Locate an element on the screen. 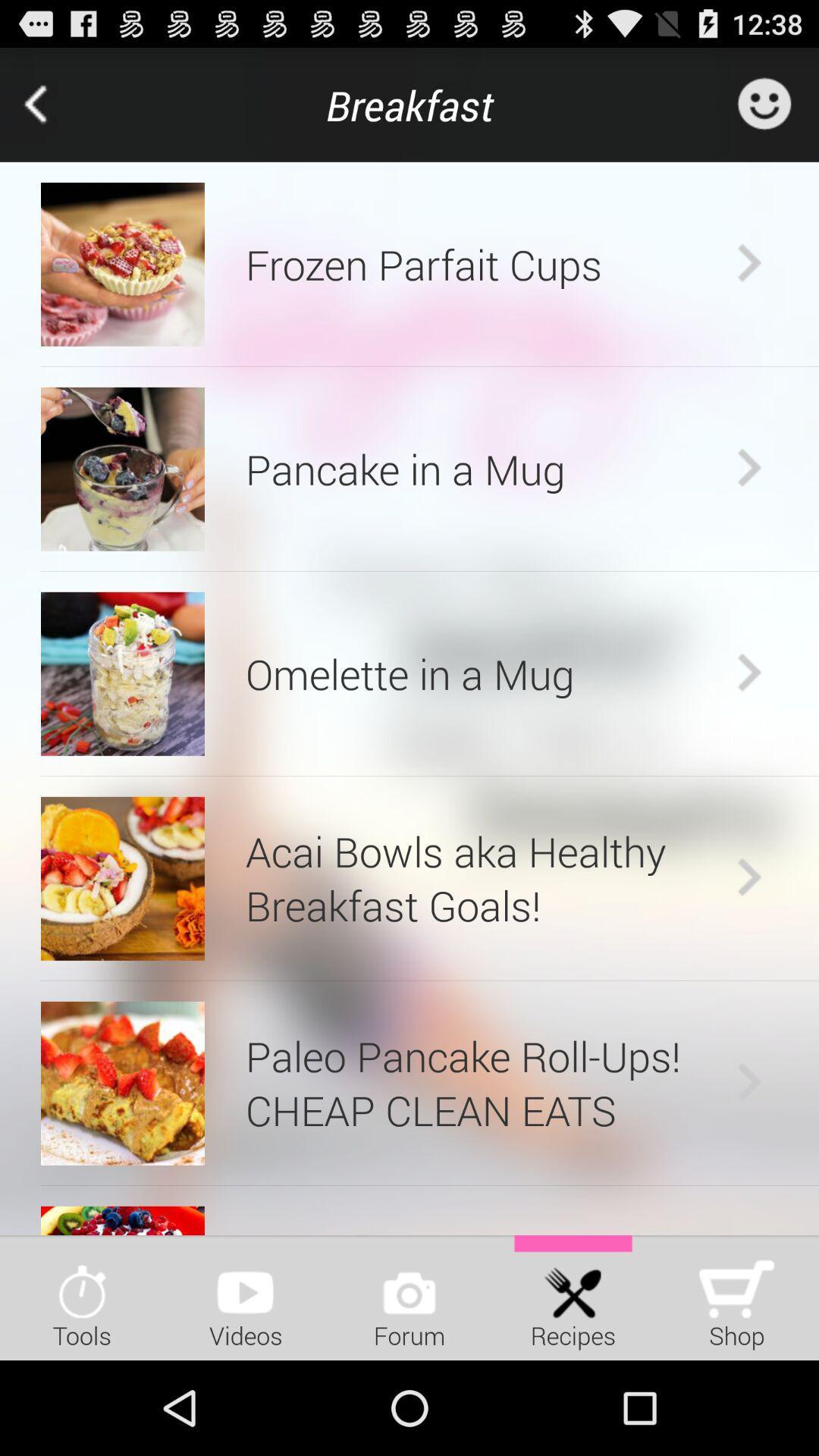 This screenshot has width=819, height=1456. the icon next to the omelette in a item is located at coordinates (748, 673).